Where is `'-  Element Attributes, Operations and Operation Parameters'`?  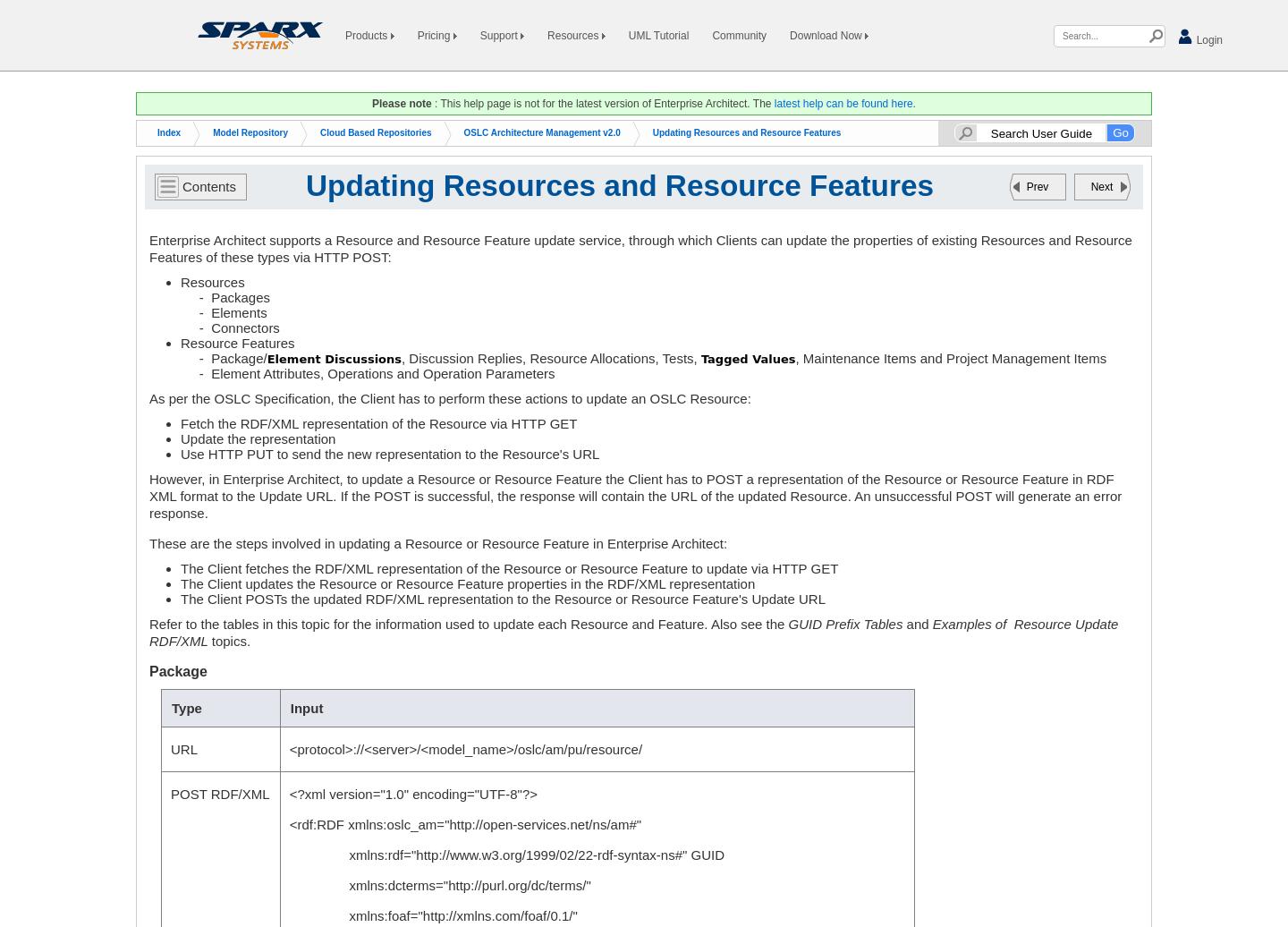
'-  Element Attributes, Operations and Operation Parameters' is located at coordinates (181, 373).